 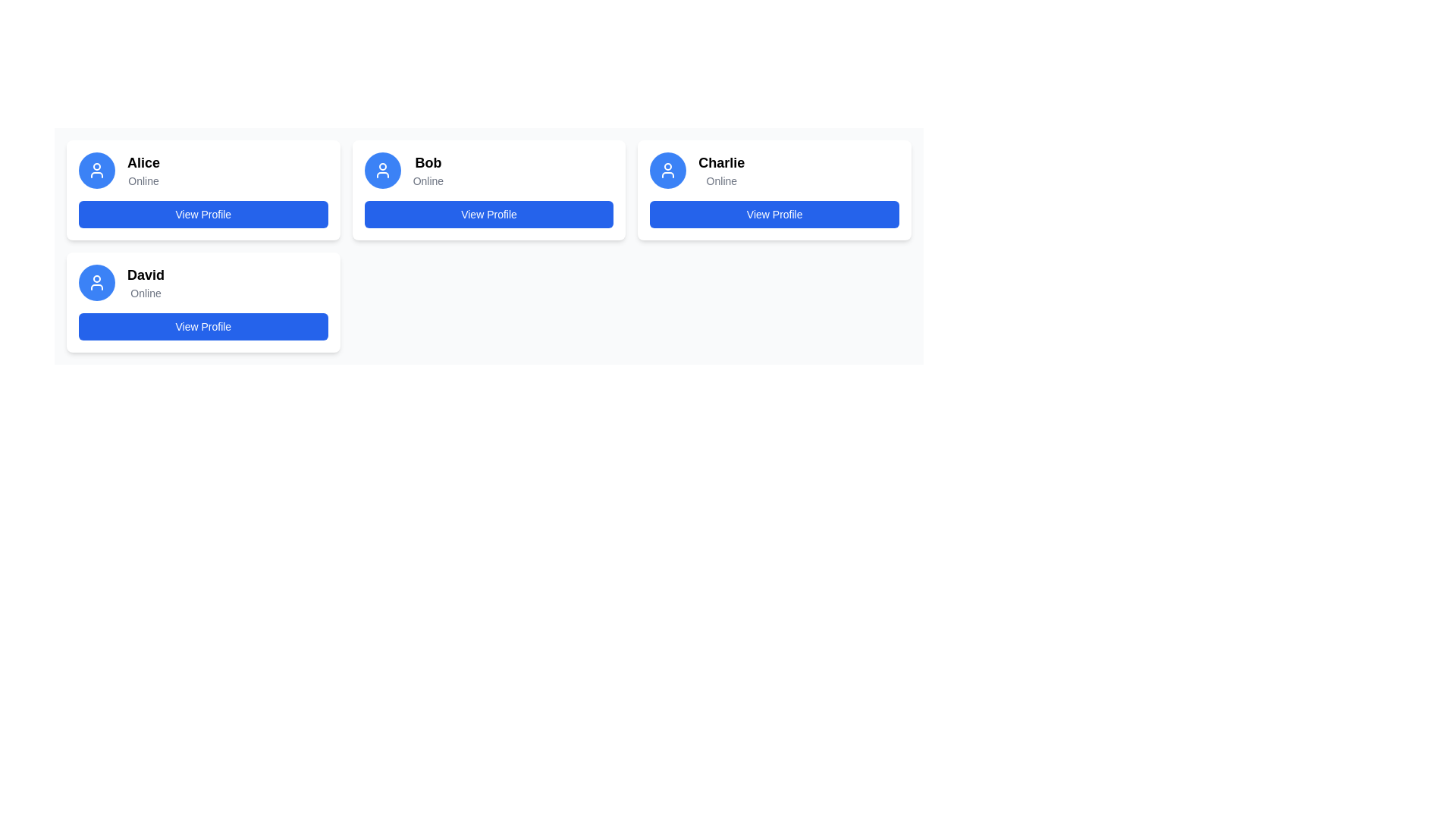 What do you see at coordinates (202, 189) in the screenshot?
I see `the 'View Profile' button on Alice's user information card located in the top-left corner of the grid layout` at bounding box center [202, 189].